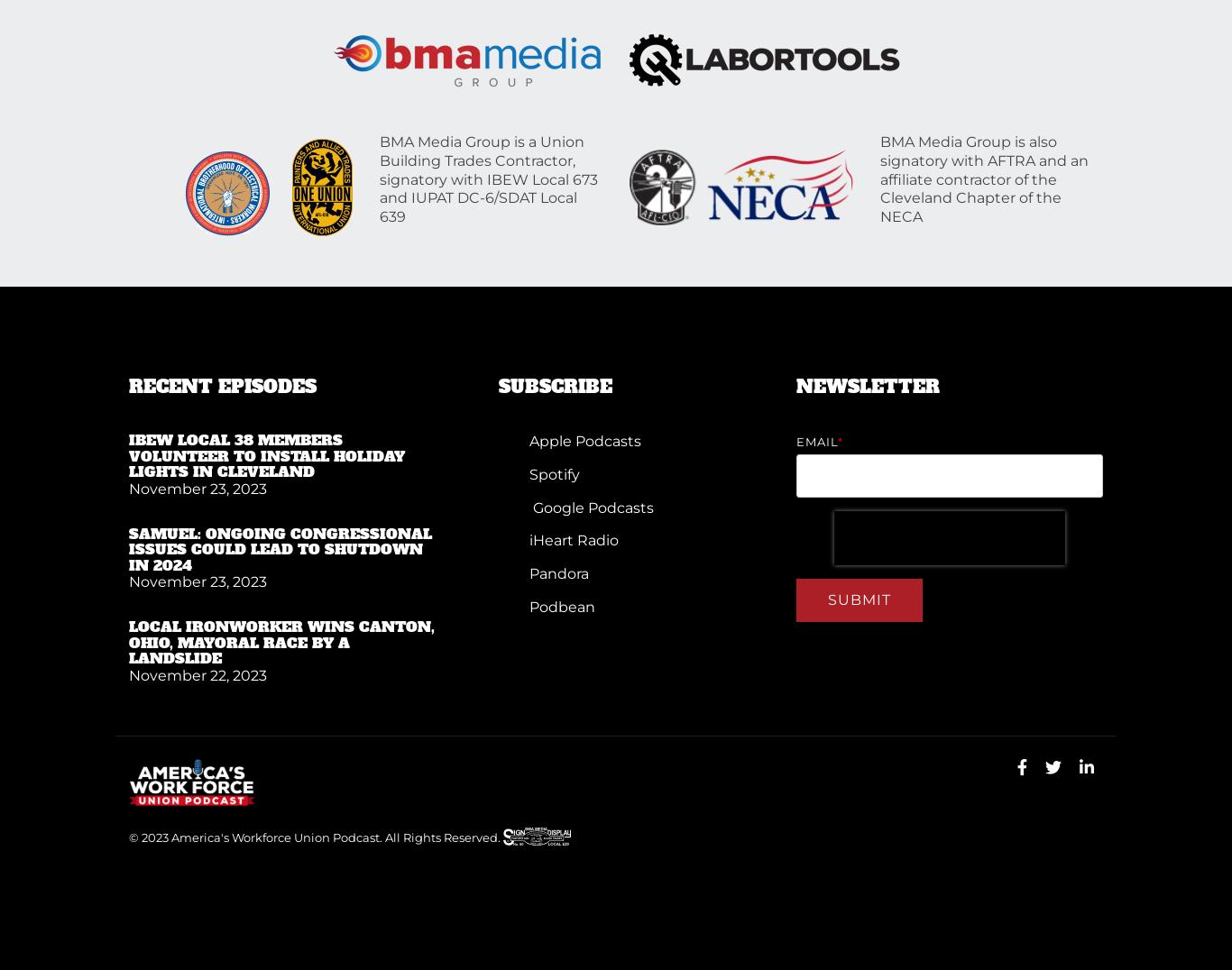 Image resolution: width=1232 pixels, height=970 pixels. I want to click on 'Podbean', so click(561, 605).